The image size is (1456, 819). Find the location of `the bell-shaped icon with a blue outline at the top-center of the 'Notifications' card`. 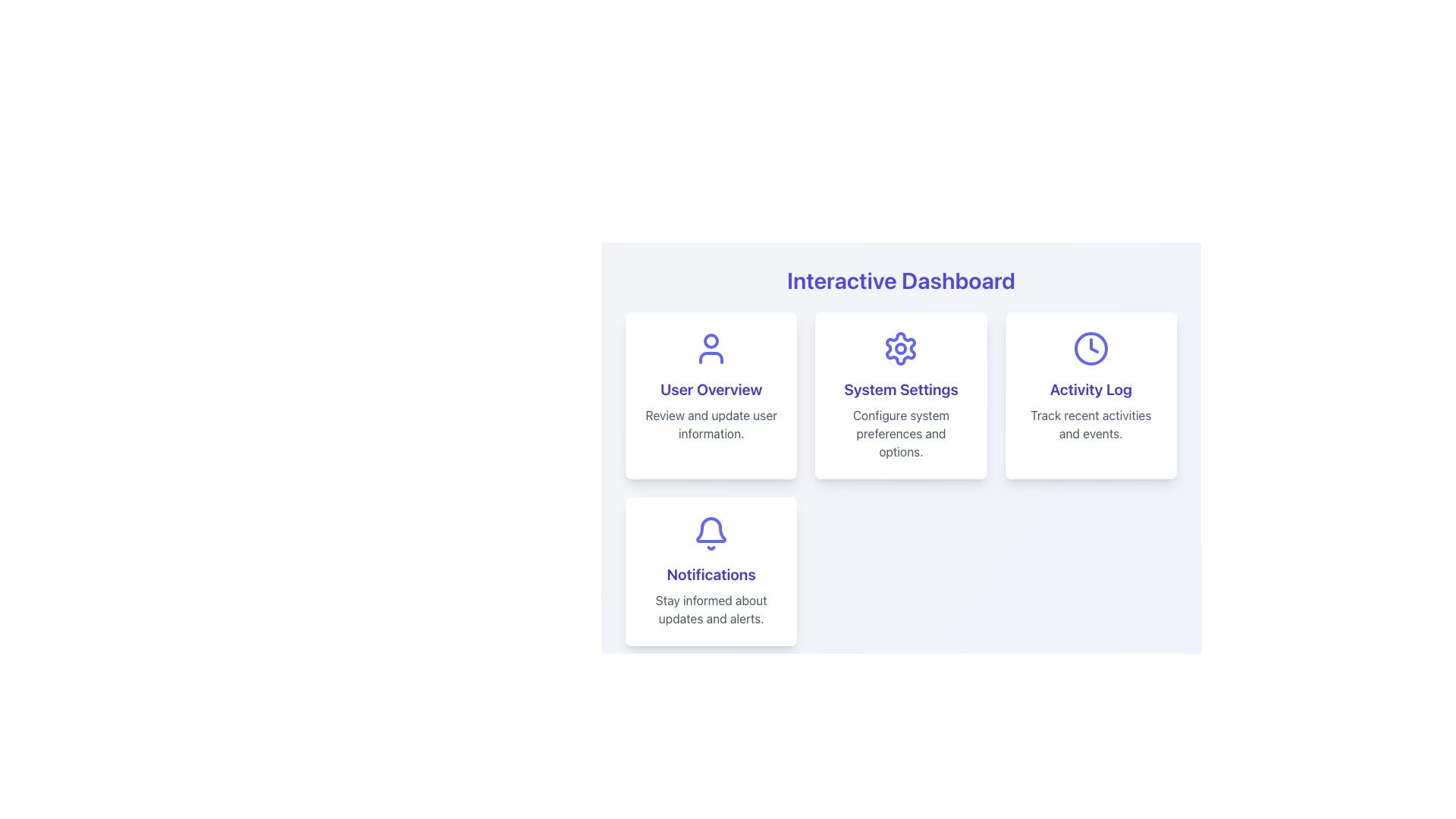

the bell-shaped icon with a blue outline at the top-center of the 'Notifications' card is located at coordinates (711, 533).